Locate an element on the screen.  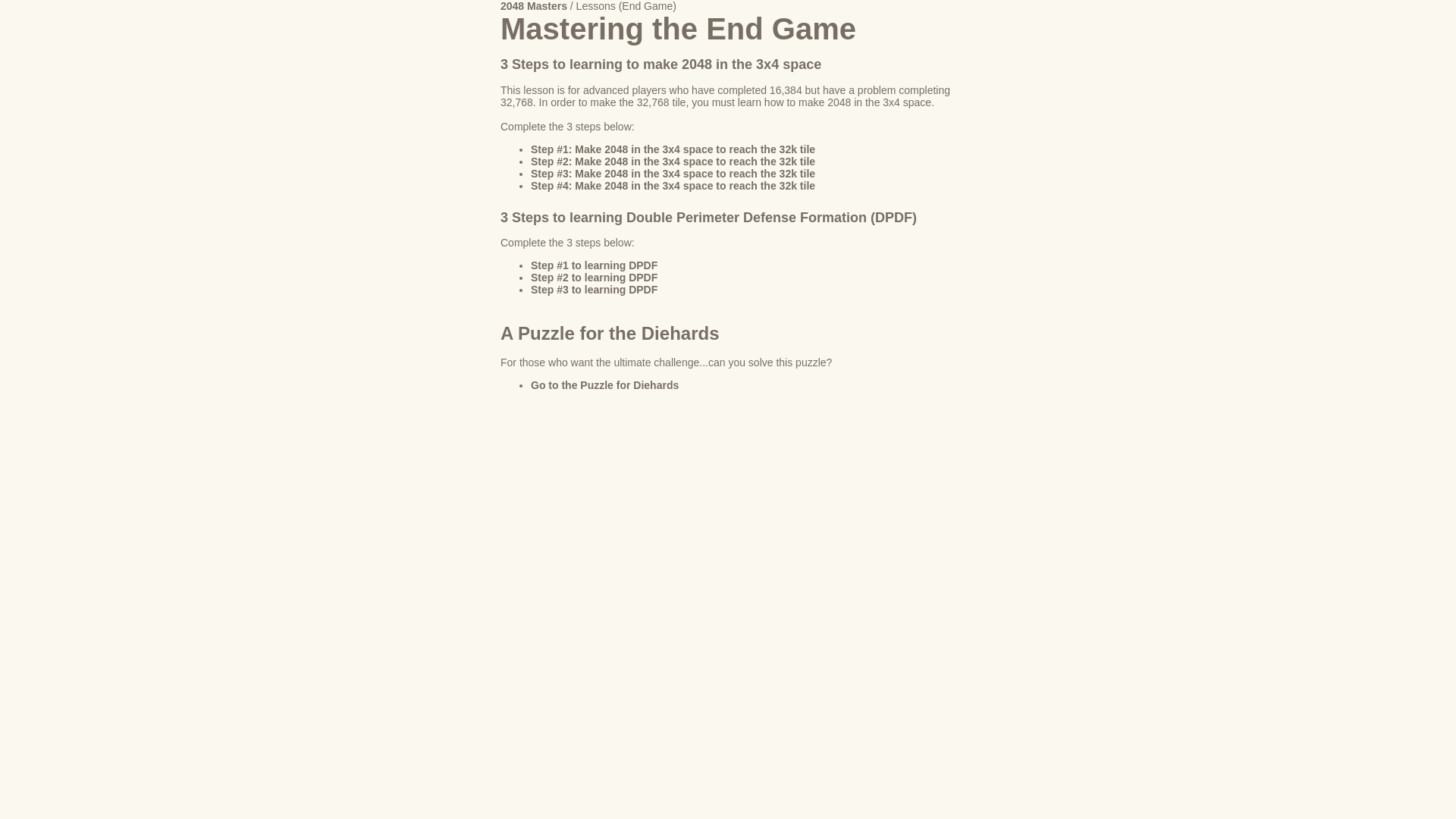
'Step #3 to learning DPDF' is located at coordinates (593, 289).